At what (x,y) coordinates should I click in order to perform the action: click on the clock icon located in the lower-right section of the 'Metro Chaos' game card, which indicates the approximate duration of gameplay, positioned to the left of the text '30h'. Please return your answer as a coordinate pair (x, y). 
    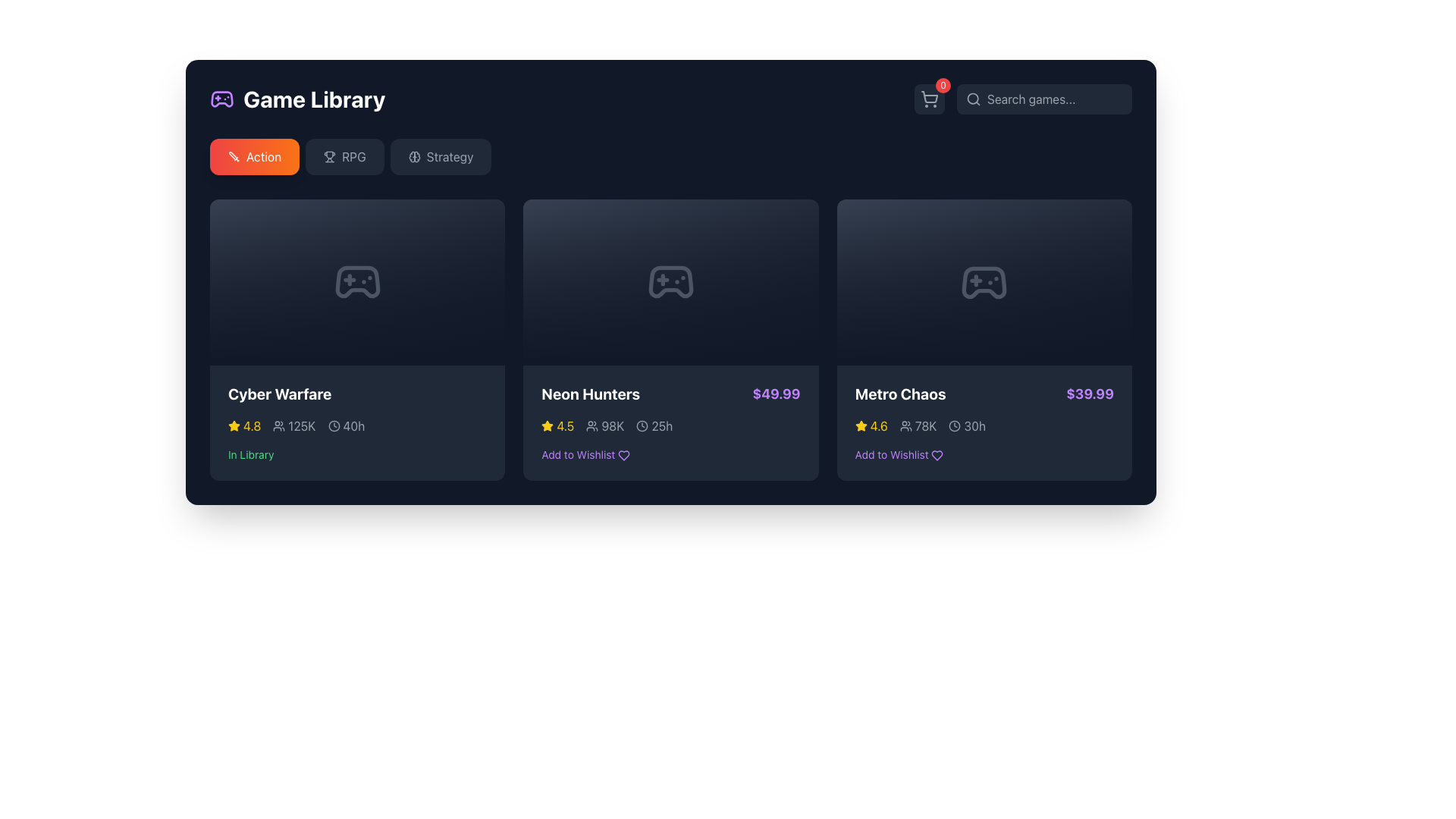
    Looking at the image, I should click on (954, 426).